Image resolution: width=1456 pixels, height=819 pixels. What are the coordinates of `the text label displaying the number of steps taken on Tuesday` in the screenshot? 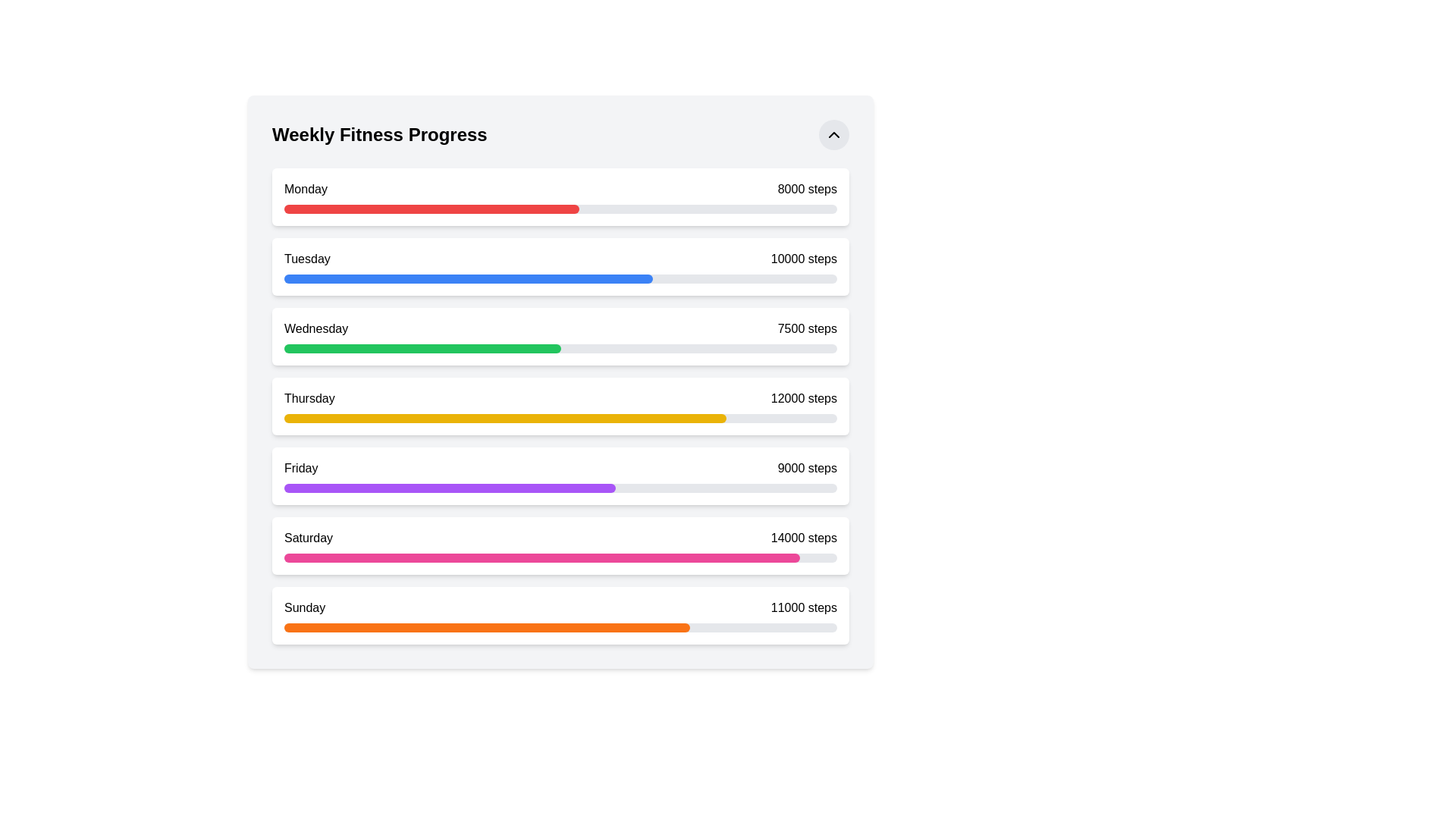 It's located at (803, 259).